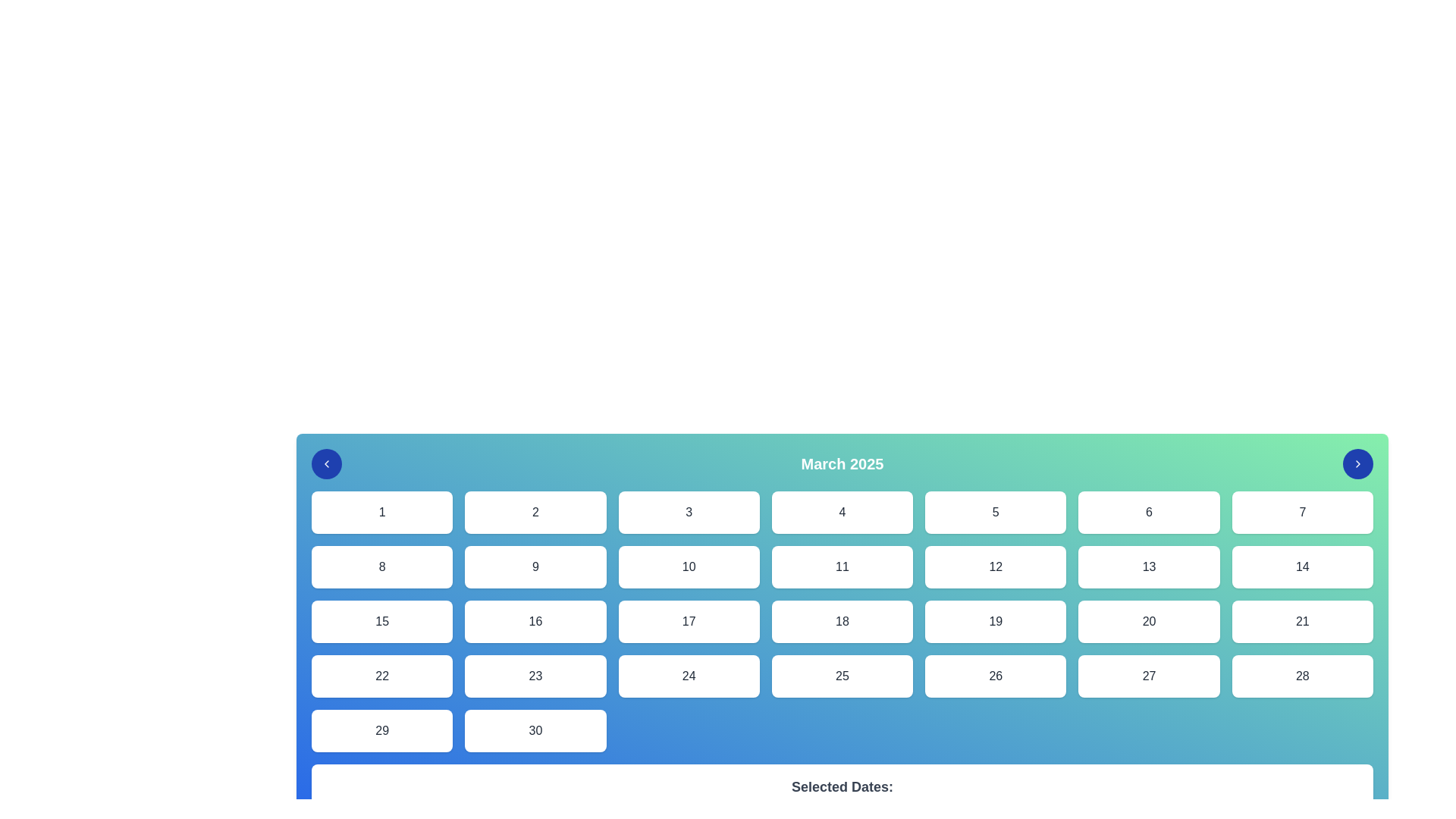  I want to click on the selectable date button for March 2025, which is located in the third row and third column of the calendar grid, positioned between the buttons for '16' and '18', so click(688, 622).